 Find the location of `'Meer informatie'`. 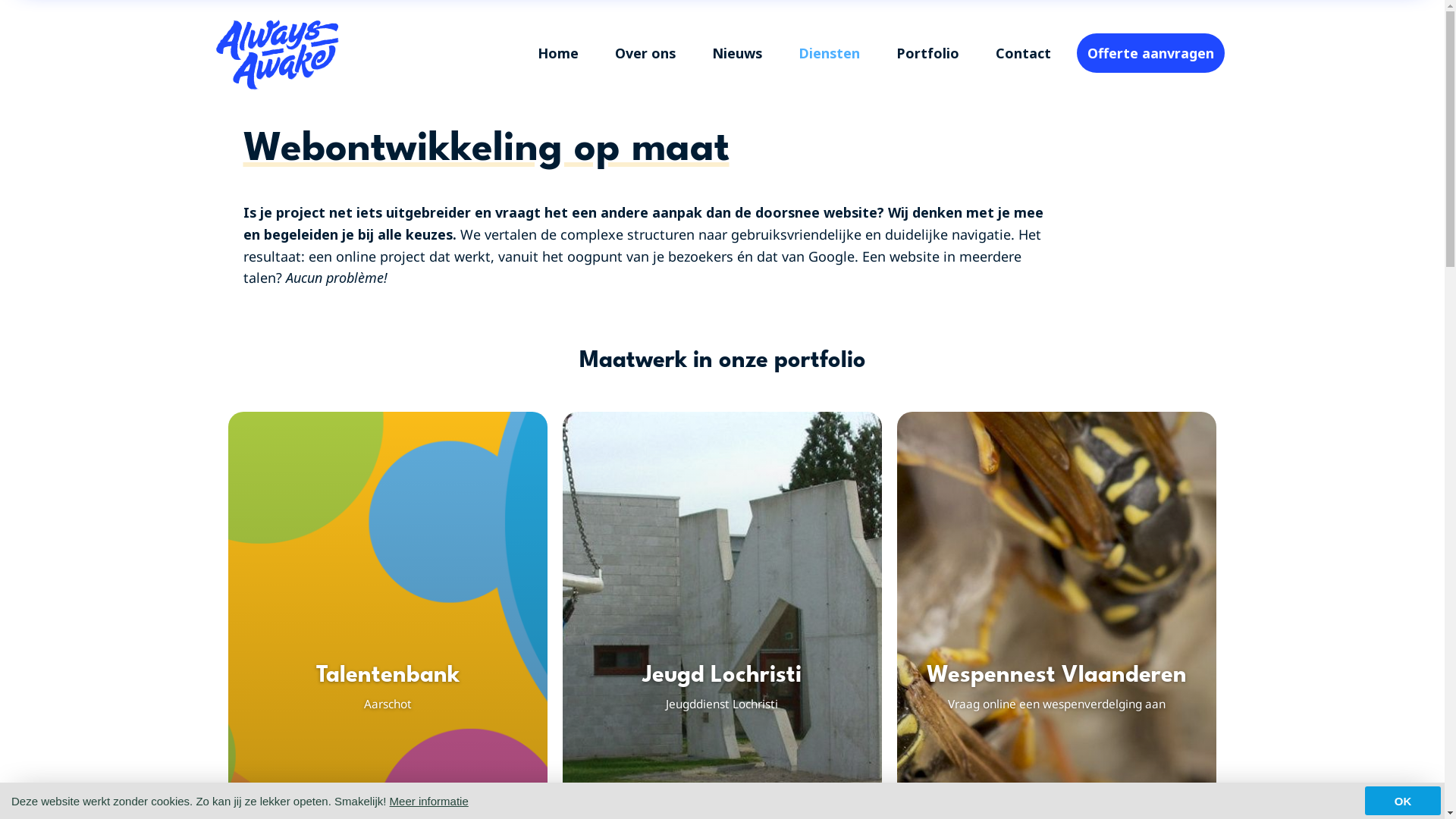

'Meer informatie' is located at coordinates (428, 800).